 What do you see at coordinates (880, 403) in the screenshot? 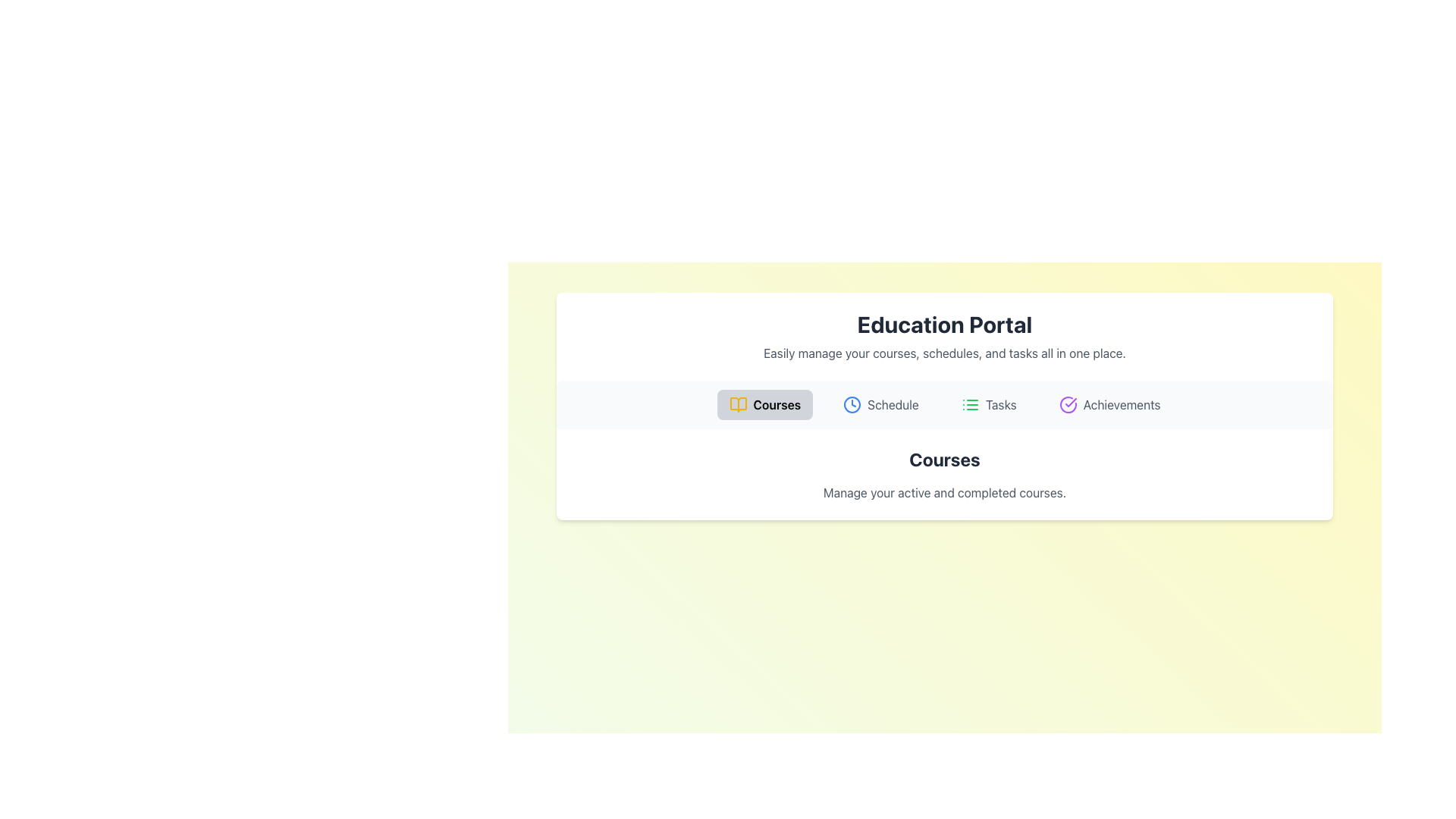
I see `the Navigation Button located in the horizontal navigation bar beneath the 'Education Portal' title, which is the second tab to the right of the 'Courses' tab` at bounding box center [880, 403].